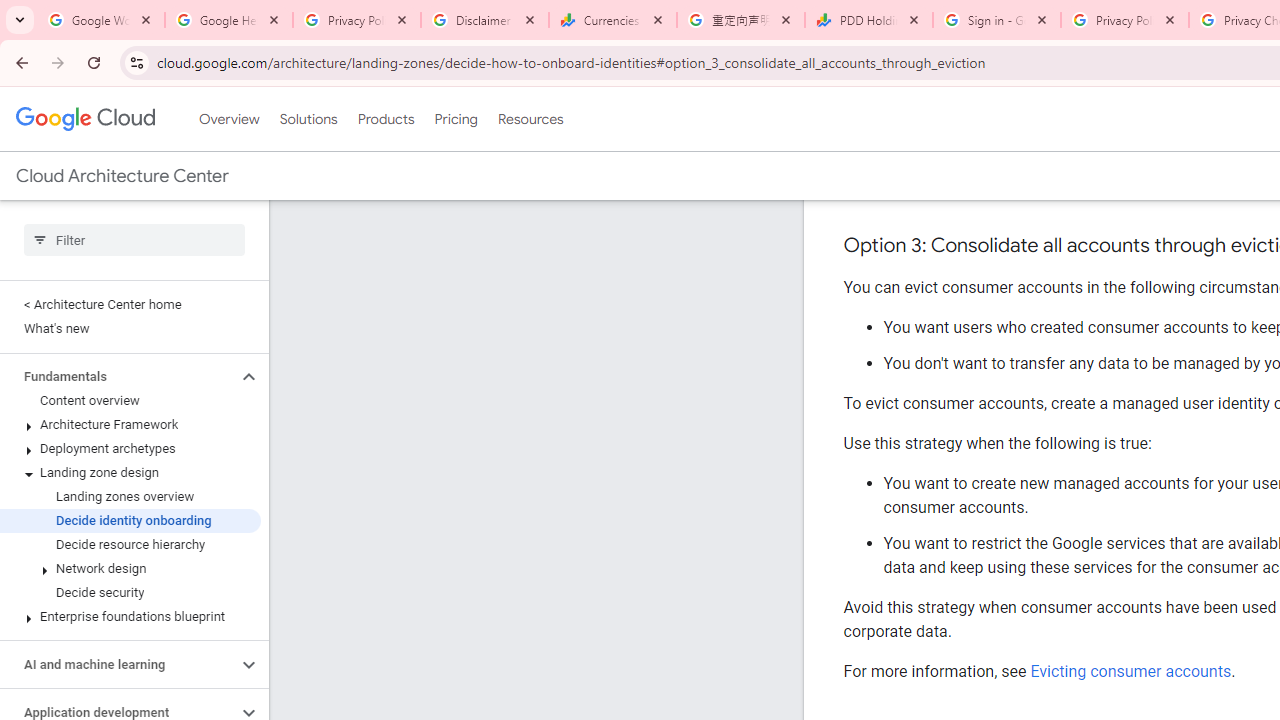  I want to click on 'PDD Holdings Inc - ADR (PDD) Price & News - Google Finance', so click(869, 20).